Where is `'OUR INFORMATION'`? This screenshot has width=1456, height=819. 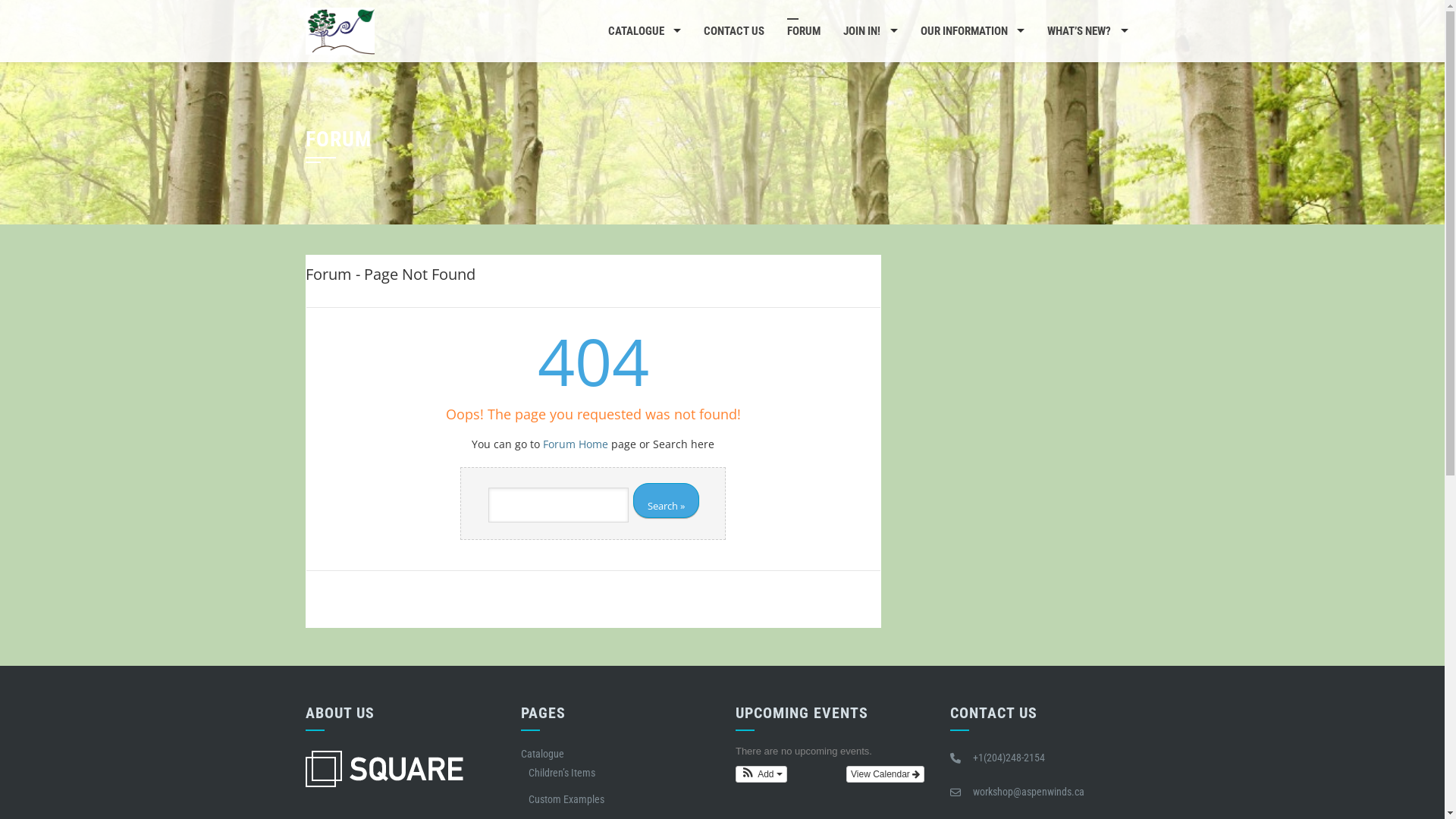 'OUR INFORMATION' is located at coordinates (971, 31).